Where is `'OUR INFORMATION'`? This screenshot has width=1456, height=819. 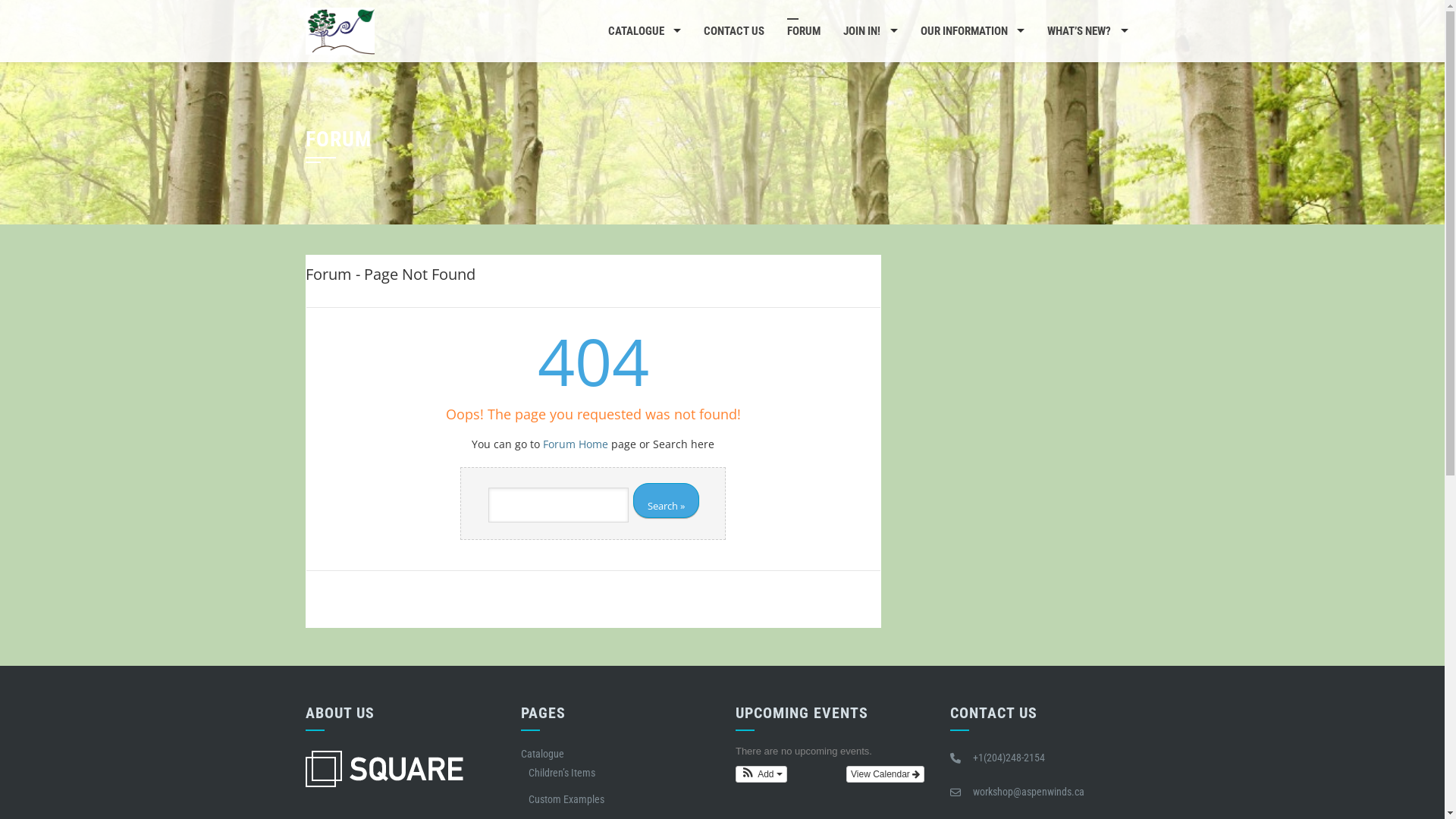 'OUR INFORMATION' is located at coordinates (971, 31).